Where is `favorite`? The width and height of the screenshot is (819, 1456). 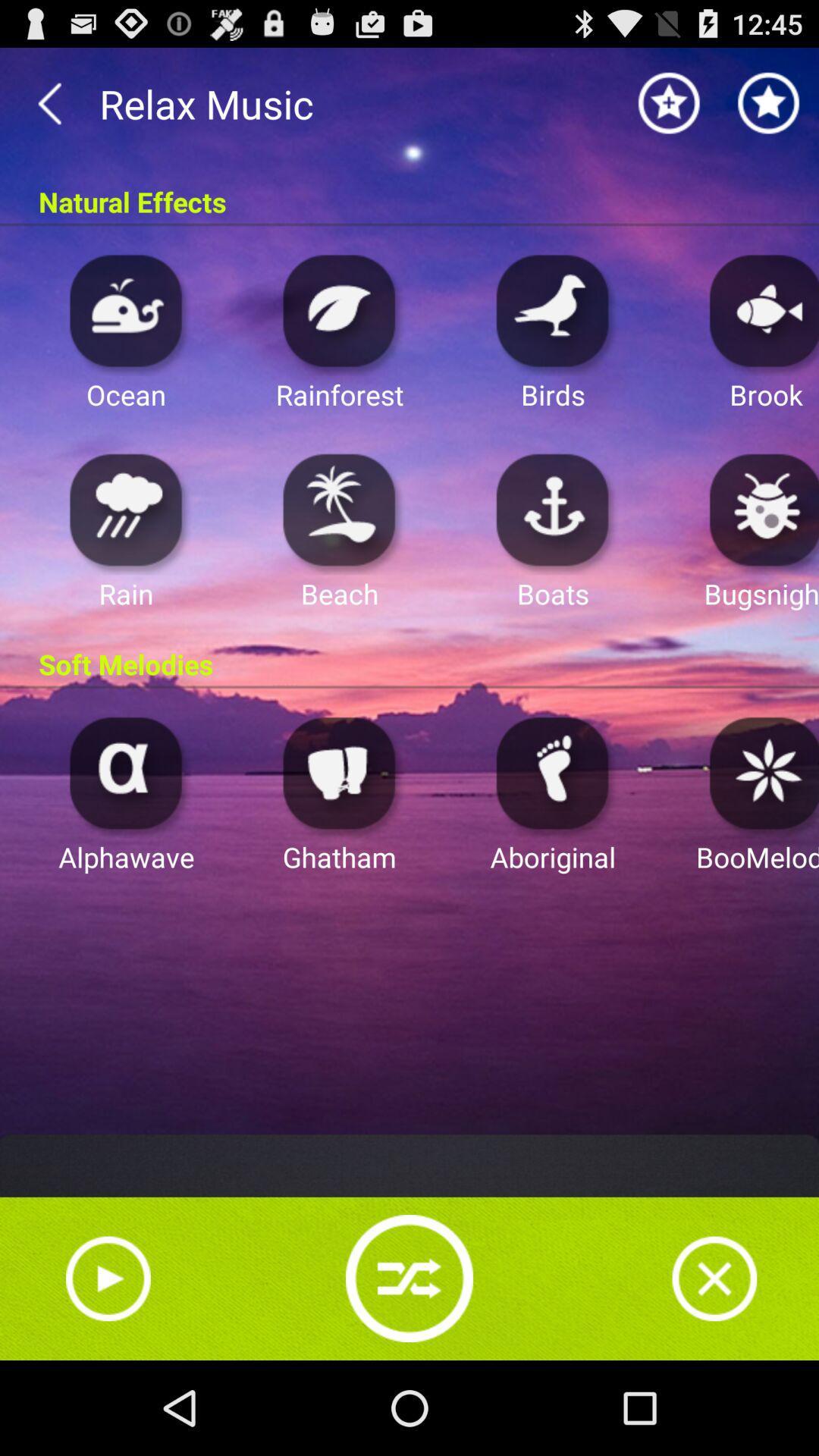
favorite is located at coordinates (769, 102).